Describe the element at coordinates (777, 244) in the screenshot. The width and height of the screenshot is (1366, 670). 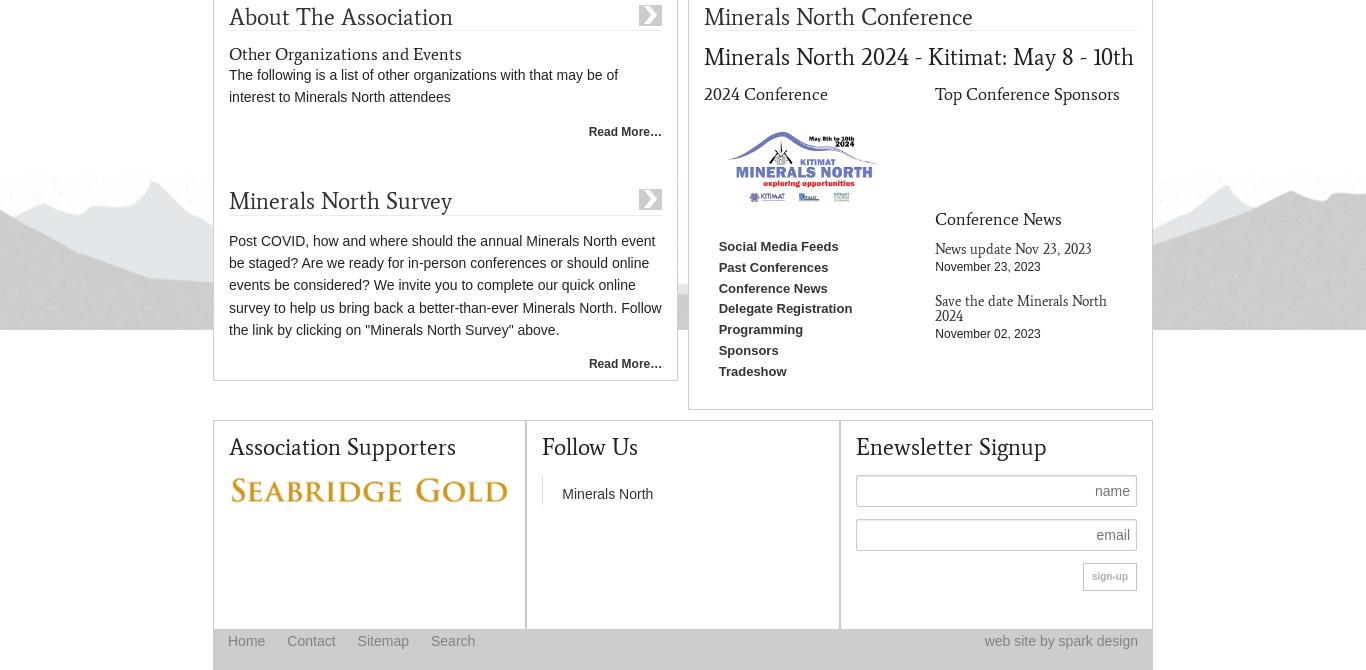
I see `'Social Media Feeds'` at that location.